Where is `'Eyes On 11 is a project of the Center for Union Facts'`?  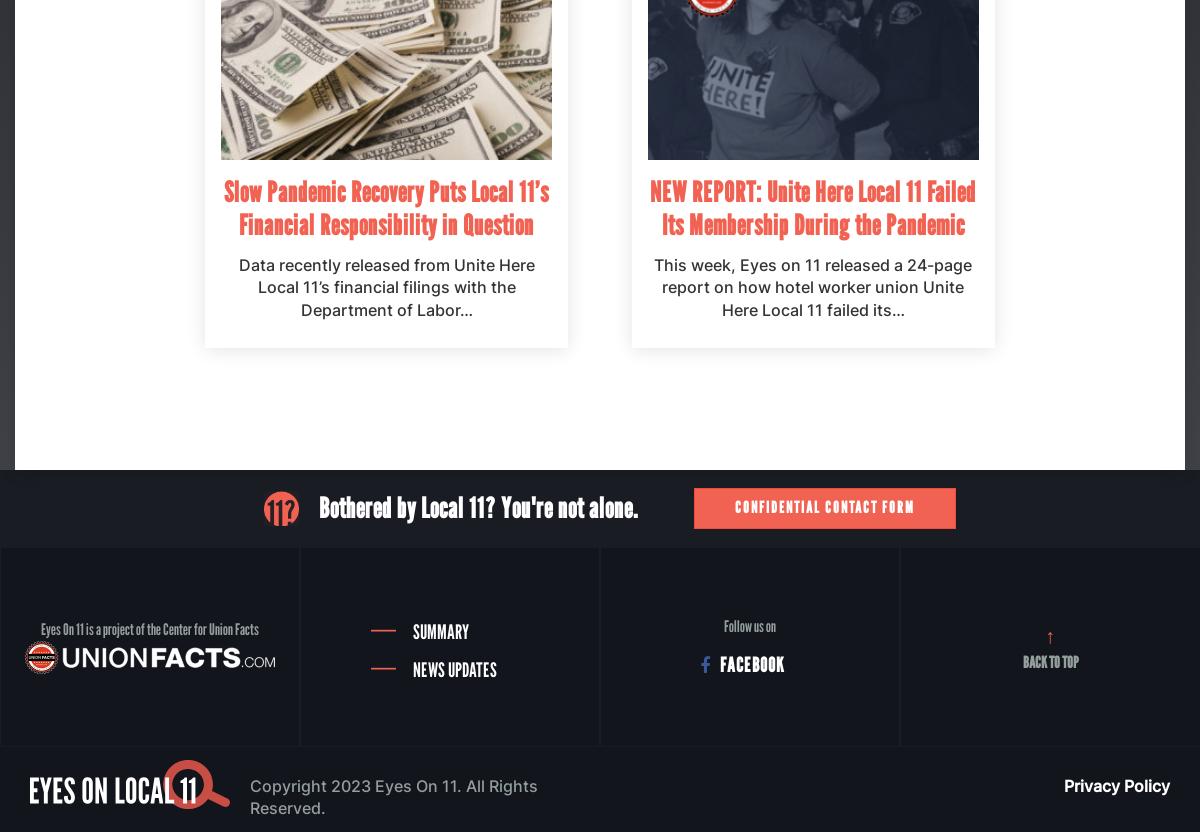
'Eyes On 11 is a project of the Center for Union Facts' is located at coordinates (150, 629).